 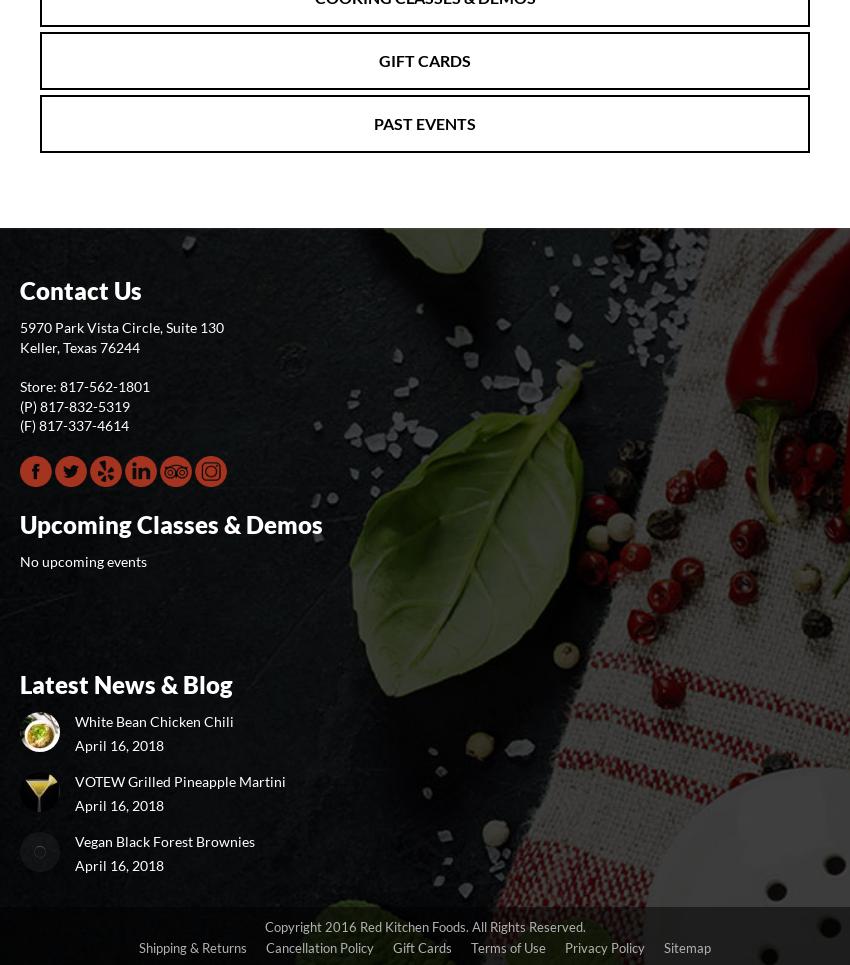 I want to click on 'Terms of Use', so click(x=508, y=948).